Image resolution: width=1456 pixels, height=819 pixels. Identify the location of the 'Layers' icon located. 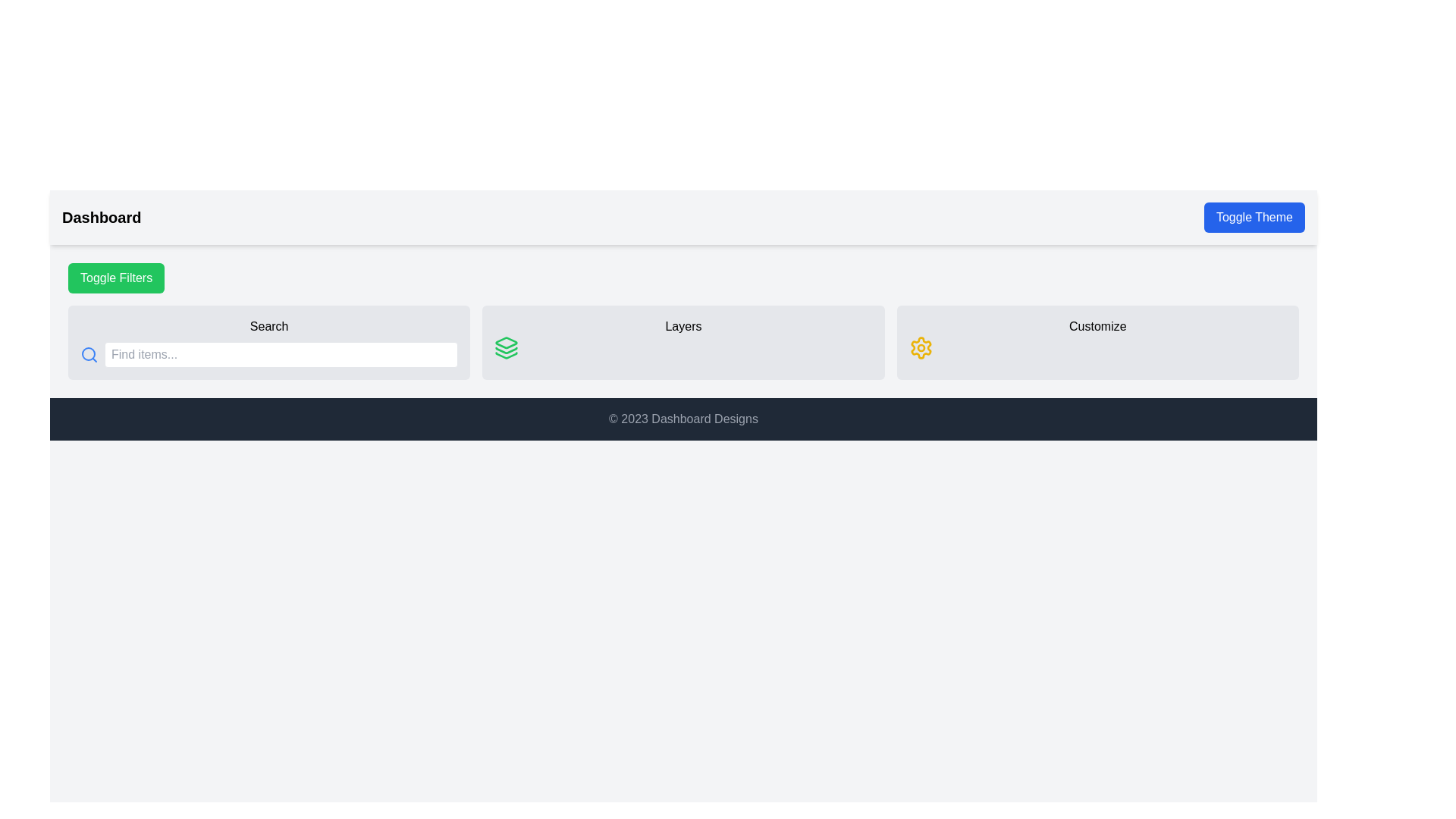
(507, 348).